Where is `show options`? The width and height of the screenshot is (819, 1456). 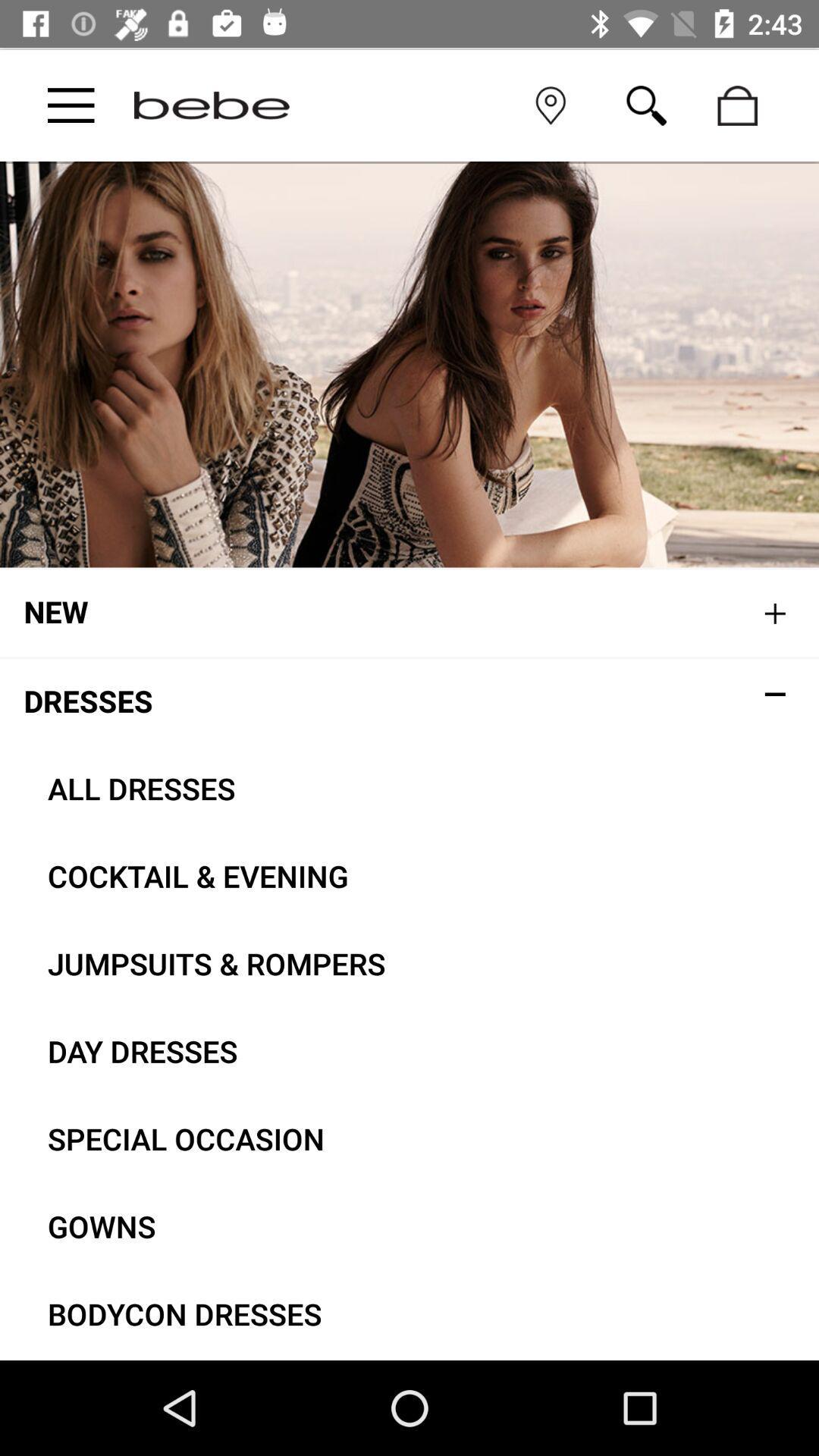
show options is located at coordinates (71, 105).